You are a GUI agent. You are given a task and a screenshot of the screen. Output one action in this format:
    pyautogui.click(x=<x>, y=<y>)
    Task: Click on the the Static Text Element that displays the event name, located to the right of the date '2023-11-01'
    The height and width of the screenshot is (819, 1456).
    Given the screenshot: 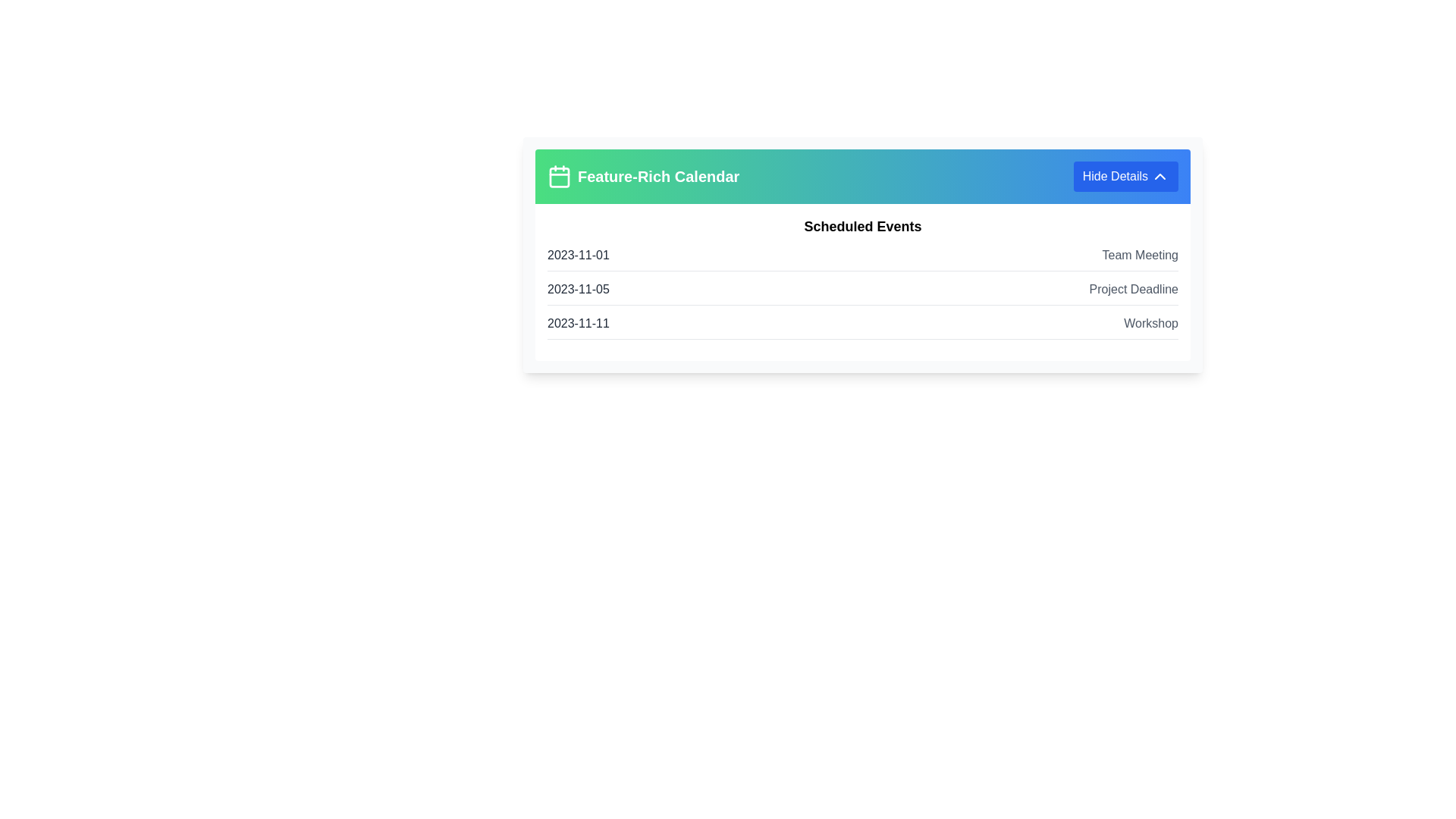 What is the action you would take?
    pyautogui.click(x=1140, y=254)
    